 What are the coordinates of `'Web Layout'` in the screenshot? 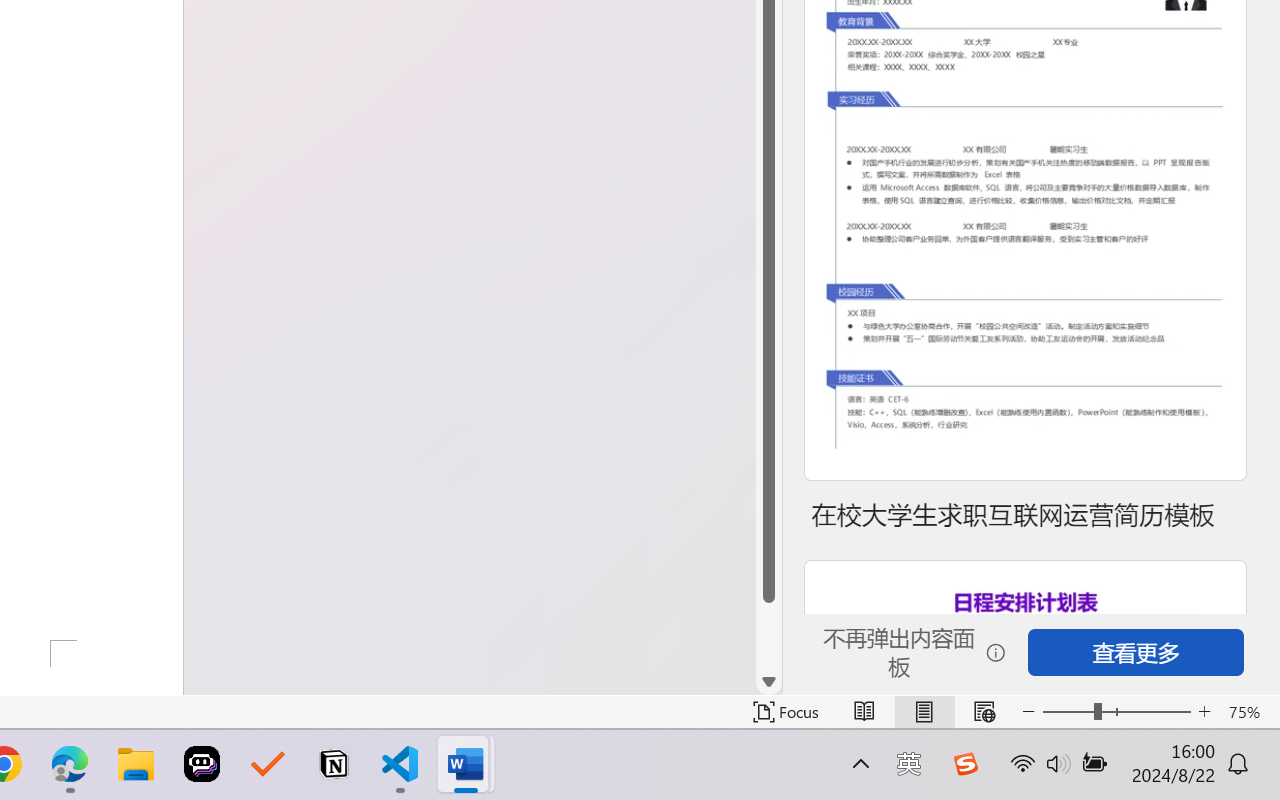 It's located at (984, 711).